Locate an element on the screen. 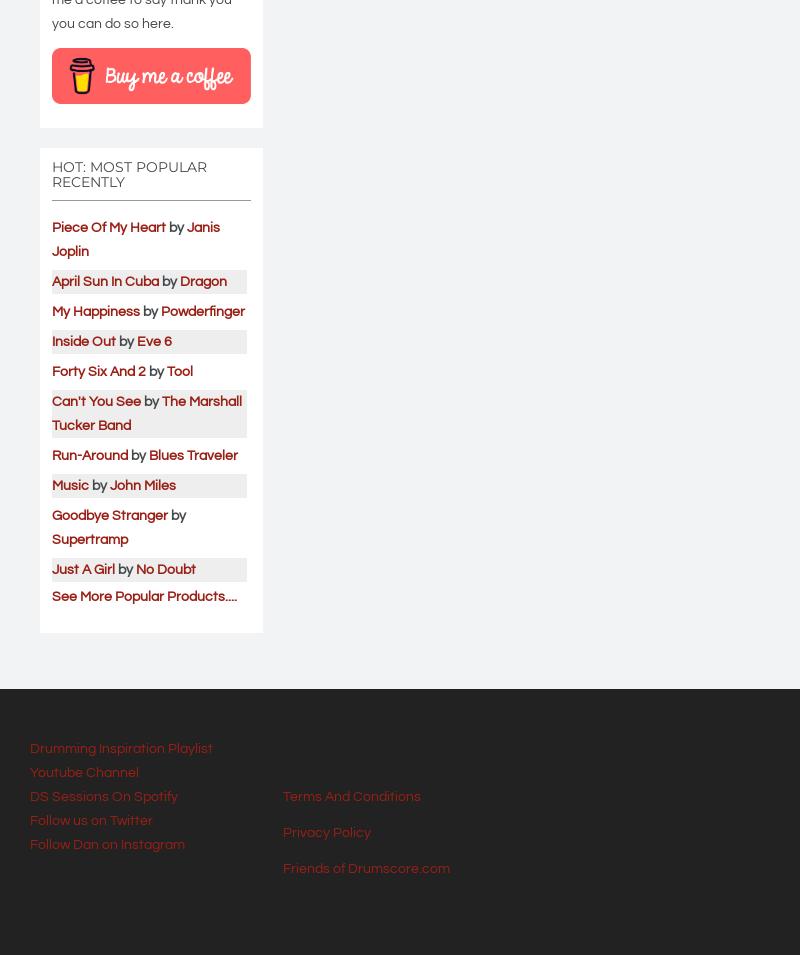 The height and width of the screenshot is (955, 800). 'Follow us on Twitter' is located at coordinates (30, 819).